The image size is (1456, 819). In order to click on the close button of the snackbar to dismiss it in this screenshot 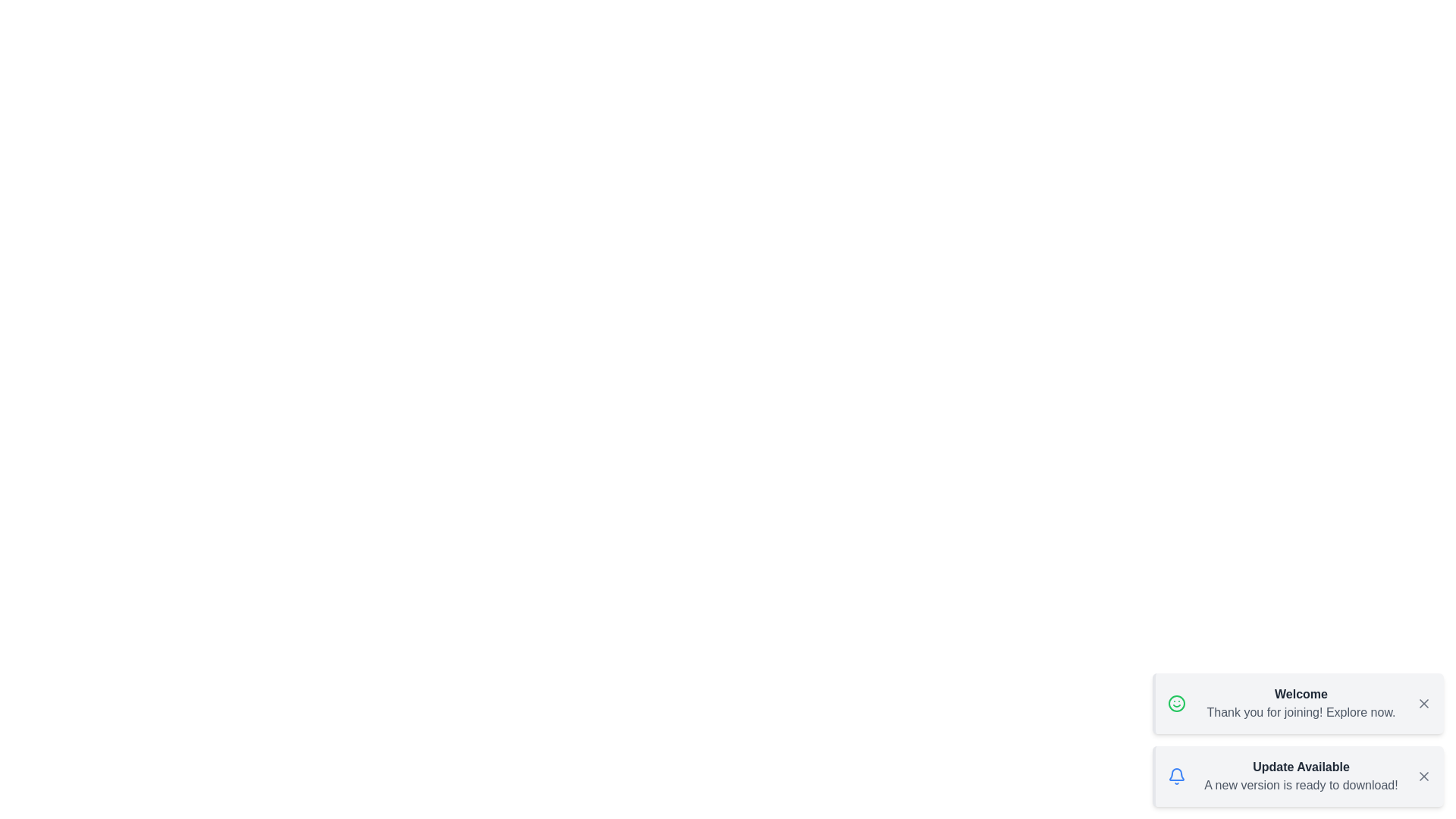, I will do `click(1423, 704)`.